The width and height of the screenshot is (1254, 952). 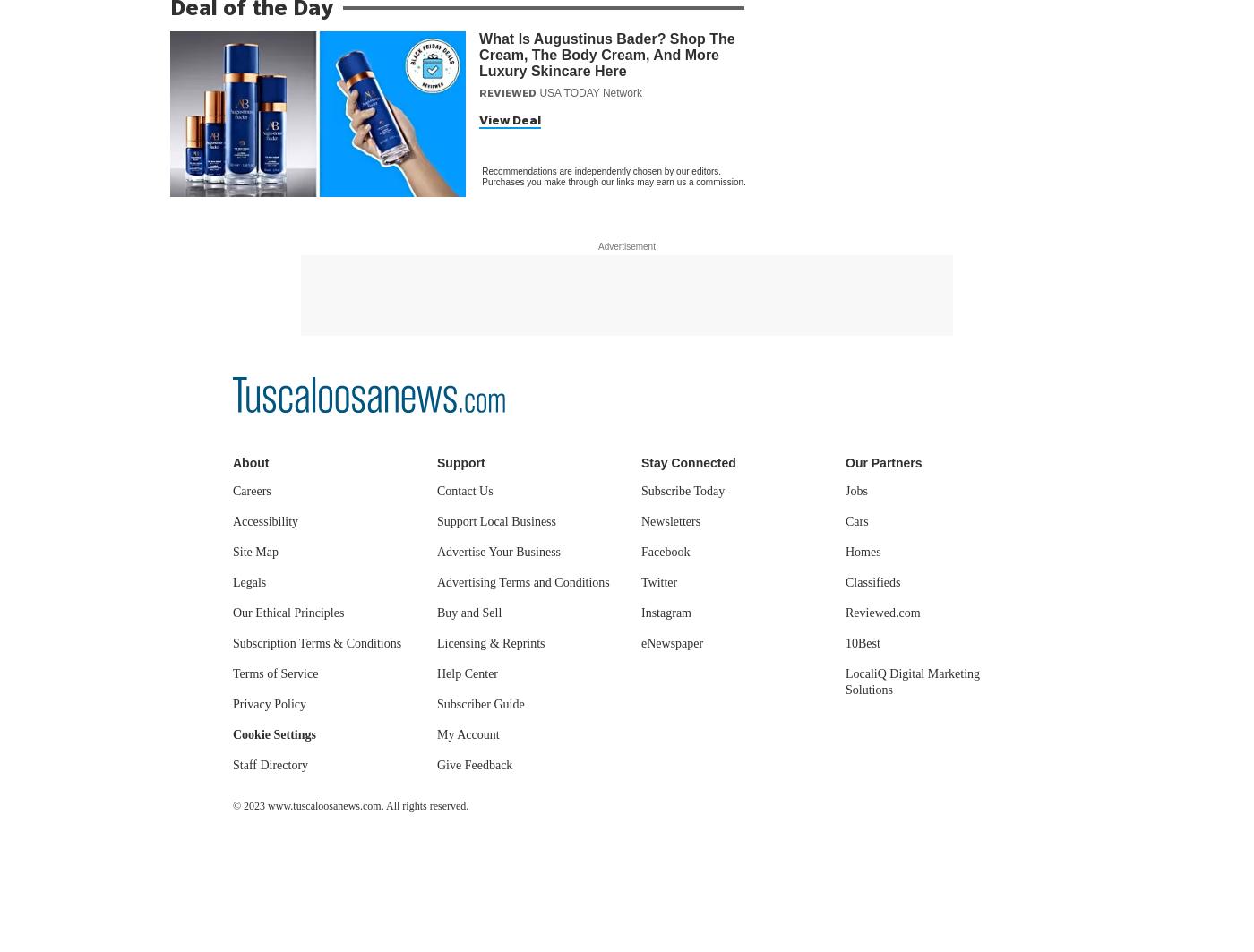 I want to click on 'Privacy Policy', so click(x=270, y=703).